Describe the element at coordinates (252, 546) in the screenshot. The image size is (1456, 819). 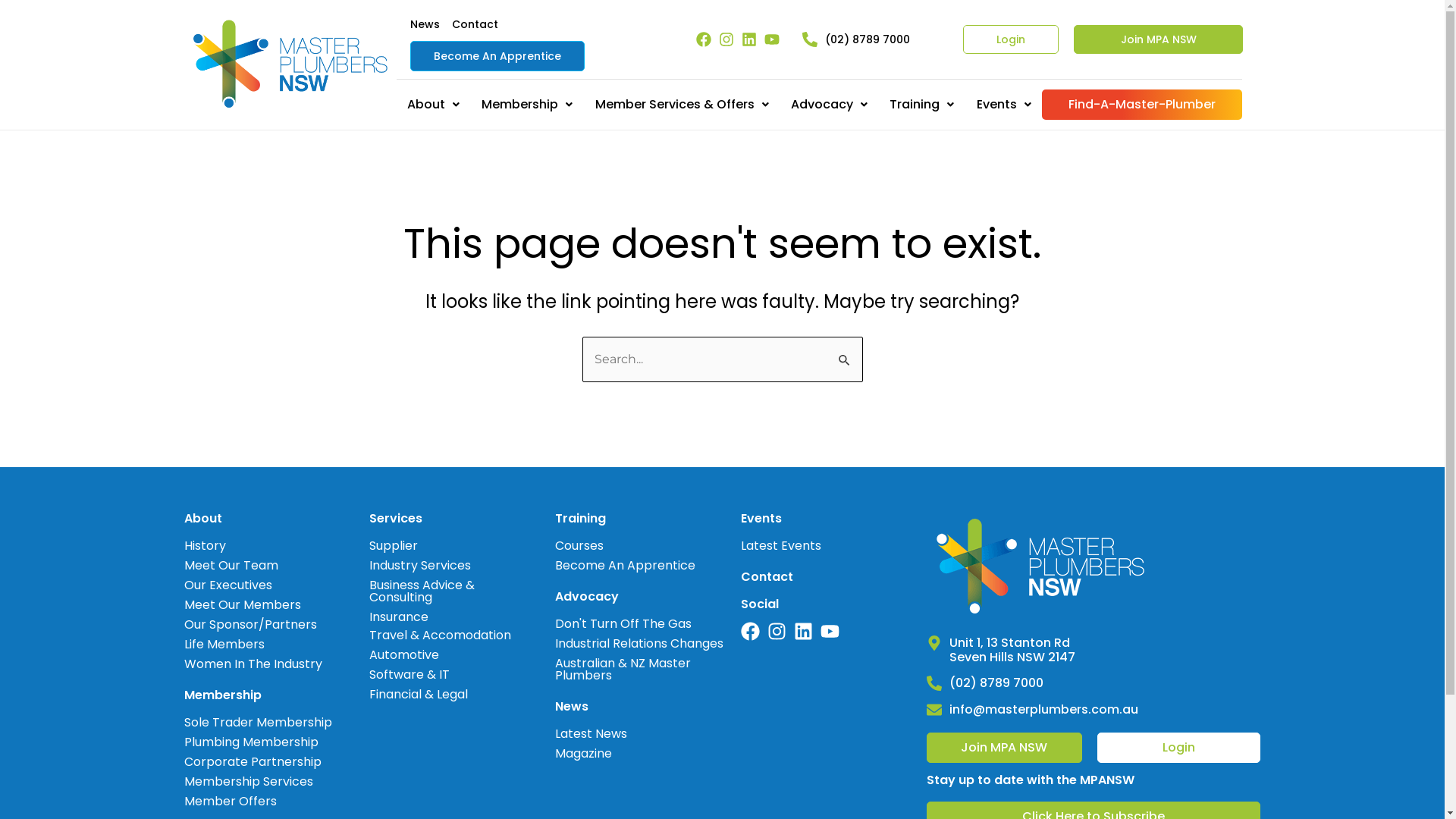
I see `'History'` at that location.